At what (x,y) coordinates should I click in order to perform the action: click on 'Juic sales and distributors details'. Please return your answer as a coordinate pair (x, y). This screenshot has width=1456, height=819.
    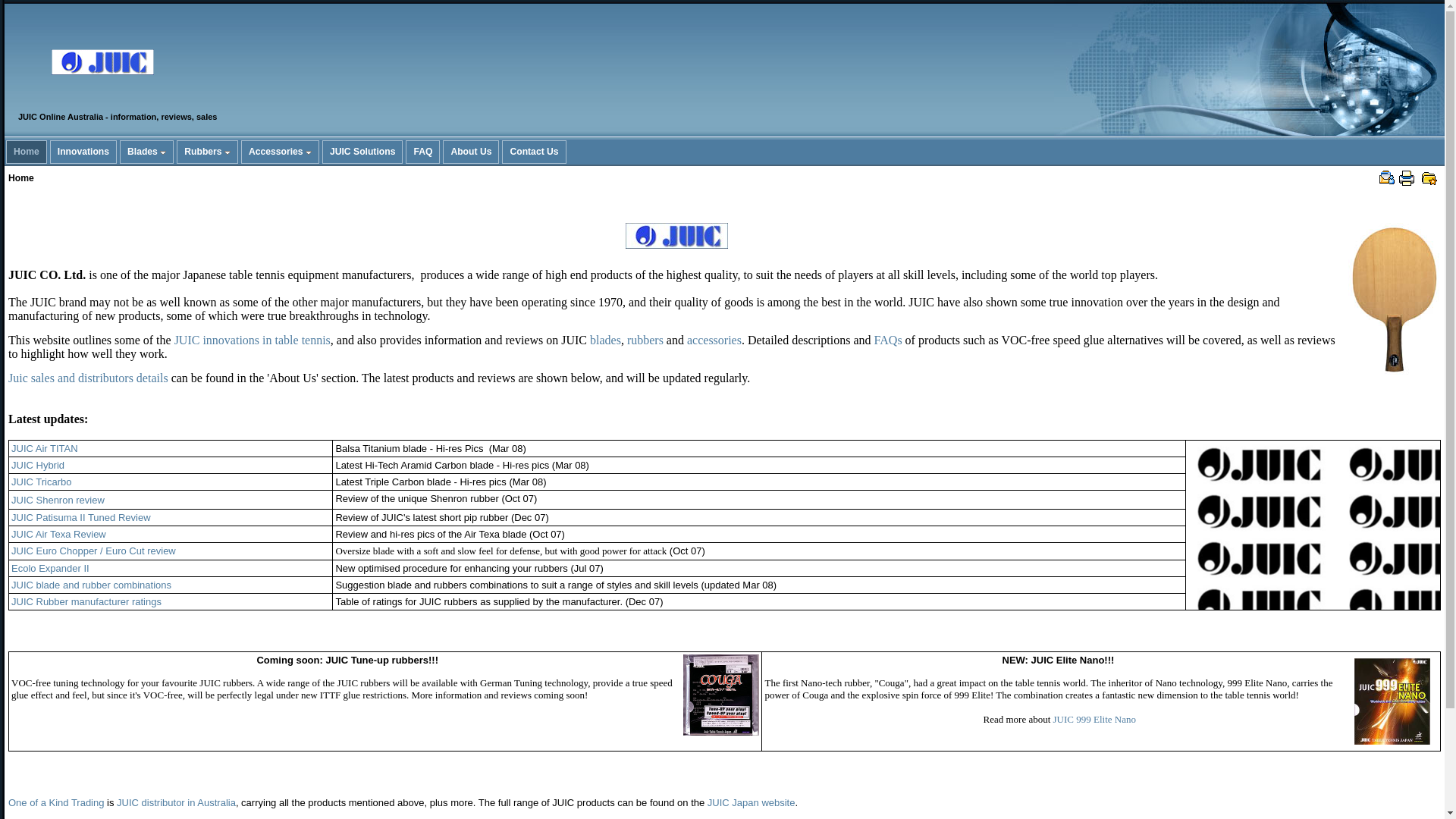
    Looking at the image, I should click on (8, 377).